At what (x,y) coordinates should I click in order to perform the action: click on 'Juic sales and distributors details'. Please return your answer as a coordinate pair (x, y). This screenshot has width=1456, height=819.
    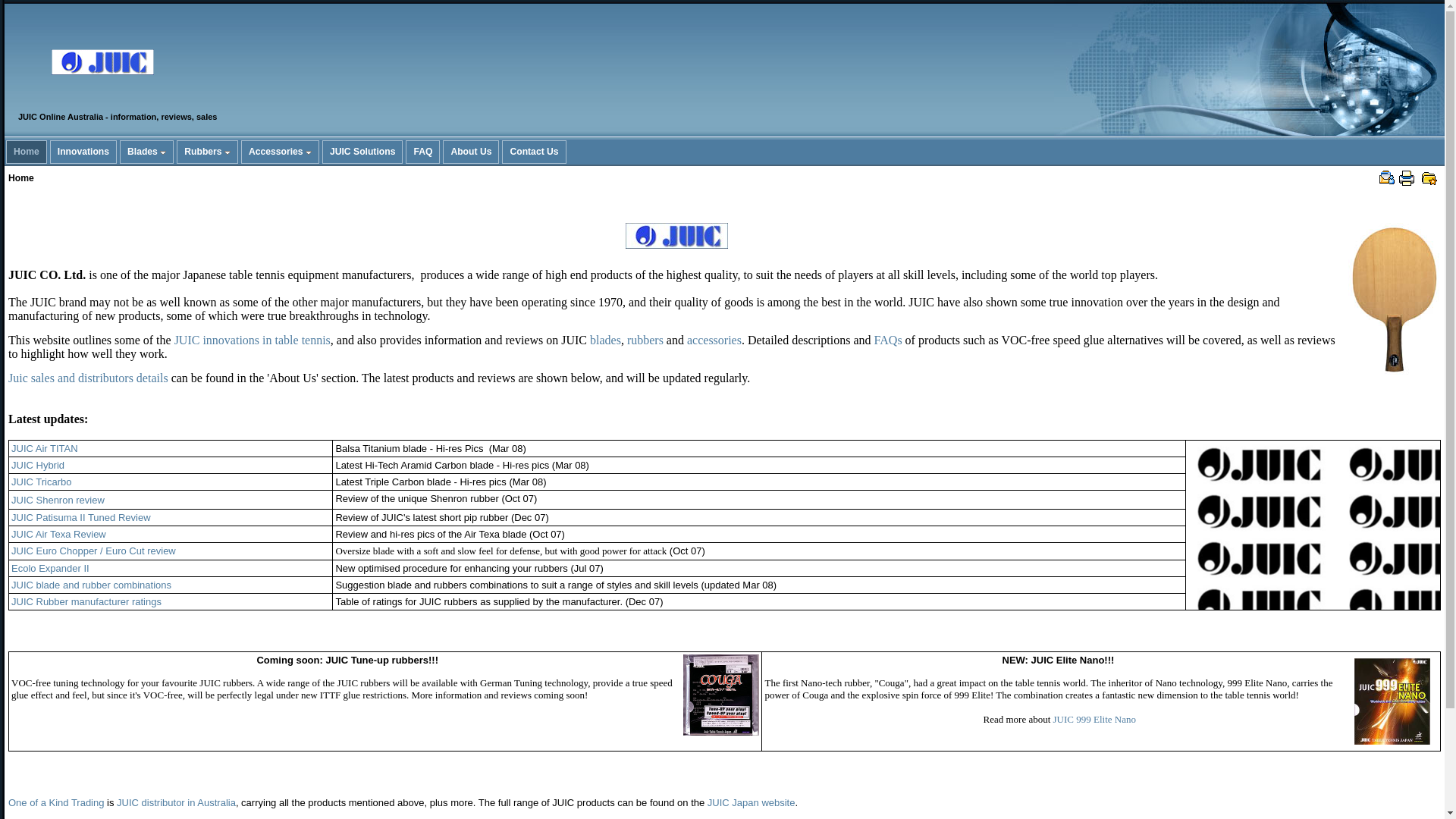
    Looking at the image, I should click on (8, 377).